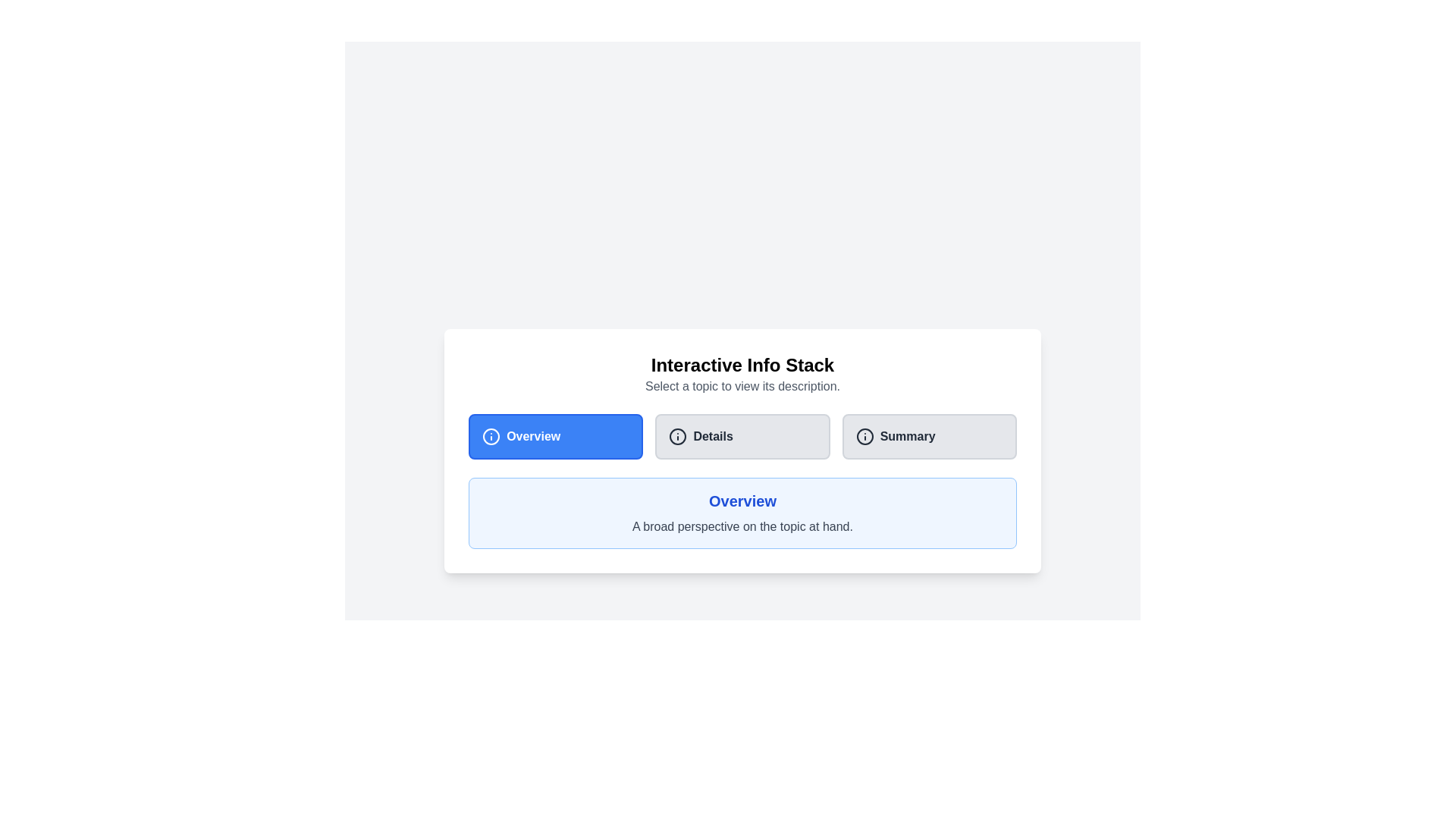 The height and width of the screenshot is (819, 1456). Describe the element at coordinates (742, 385) in the screenshot. I see `the static text label that guides the user to choose a topic for its description, located beneath the 'Interactive Info Stack' header` at that location.